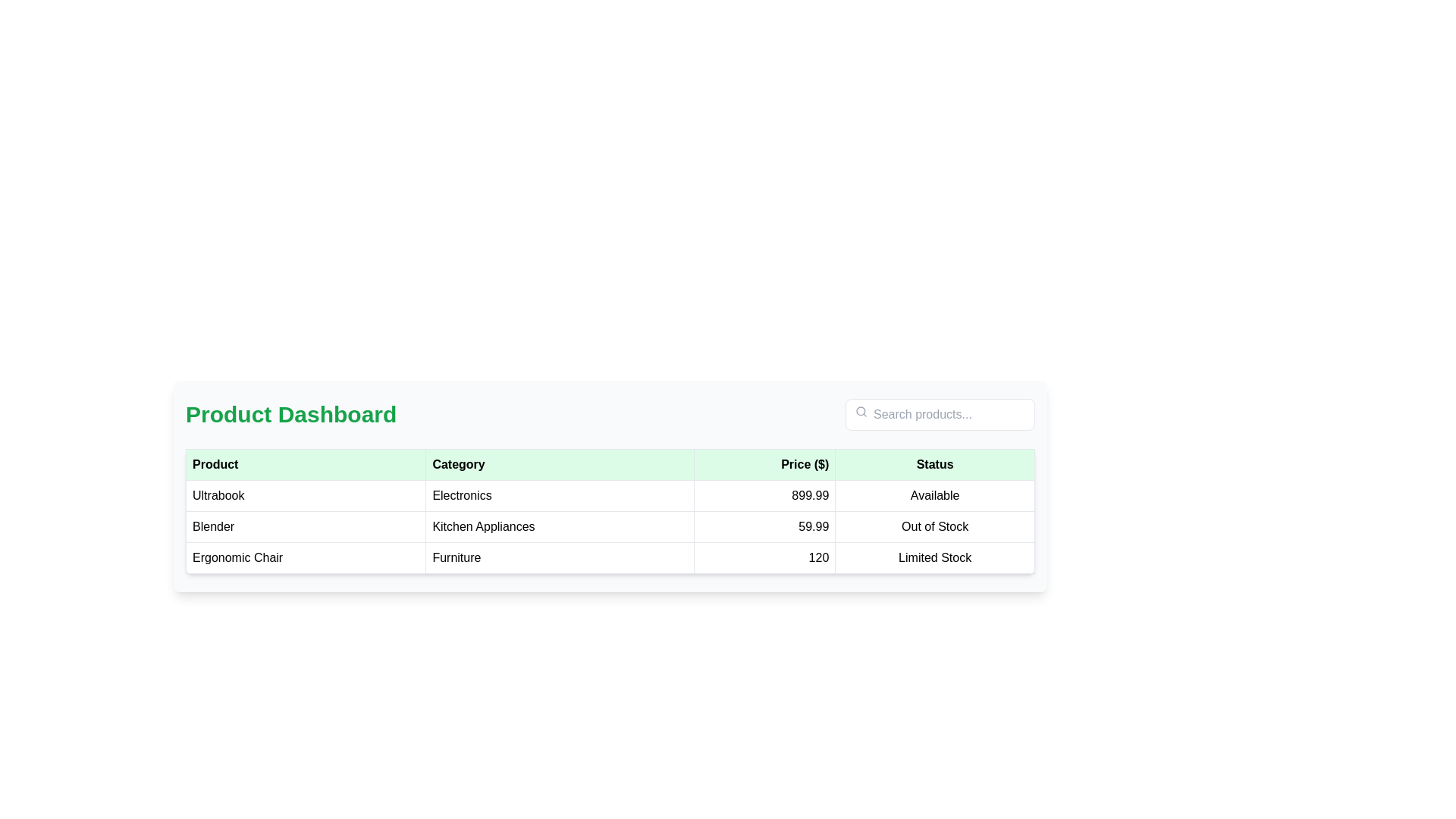 This screenshot has height=819, width=1456. What do you see at coordinates (559, 496) in the screenshot?
I see `the text label displaying 'Electronics' in the second cell of the table row under the 'Category' column for reading` at bounding box center [559, 496].